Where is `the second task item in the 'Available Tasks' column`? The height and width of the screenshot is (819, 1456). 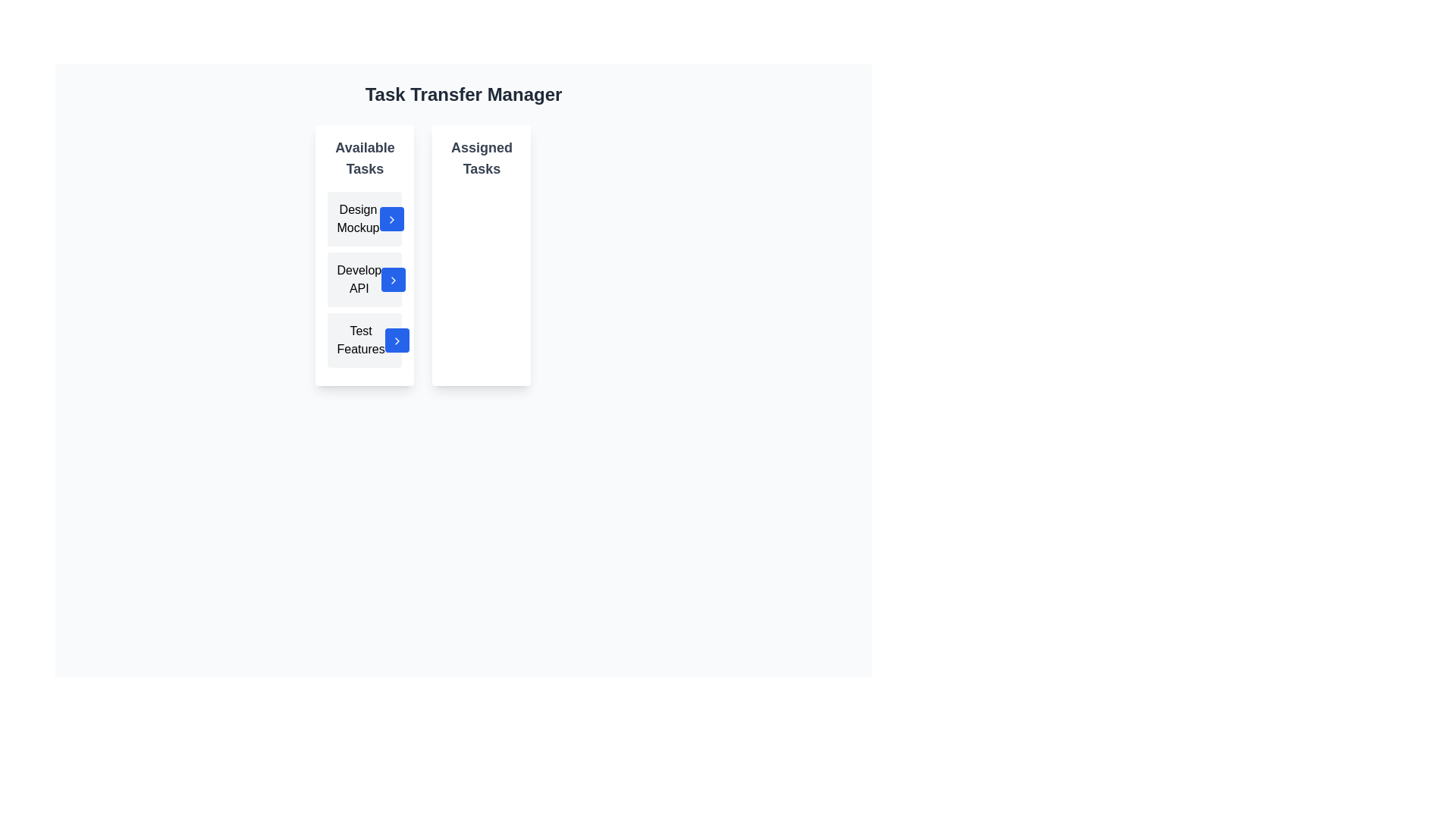
the second task item in the 'Available Tasks' column is located at coordinates (365, 280).